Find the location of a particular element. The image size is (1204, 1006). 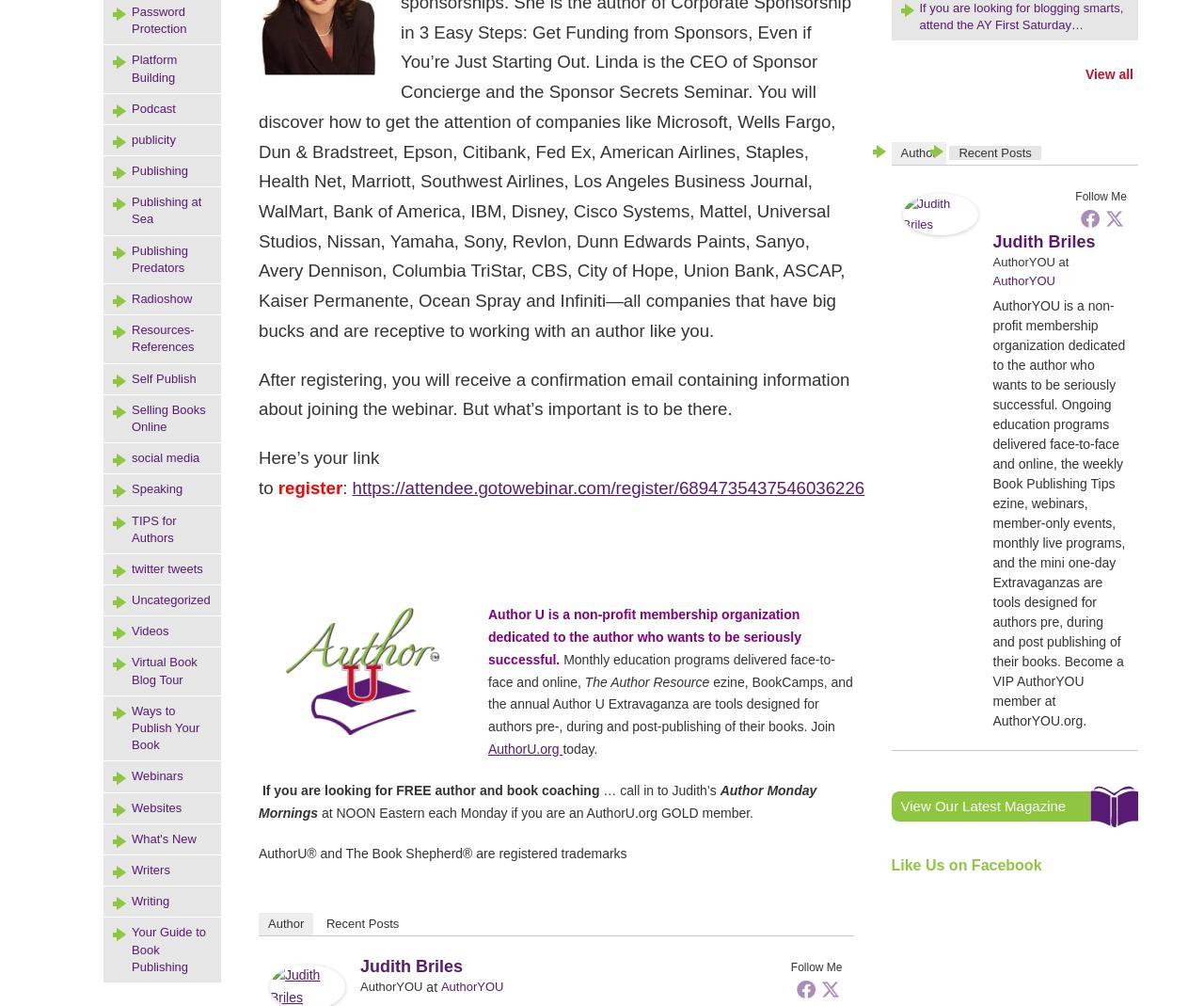

'After registering, you will receive a confirmation email containing information about joining the webinar. But what’s important is to be there.' is located at coordinates (553, 393).